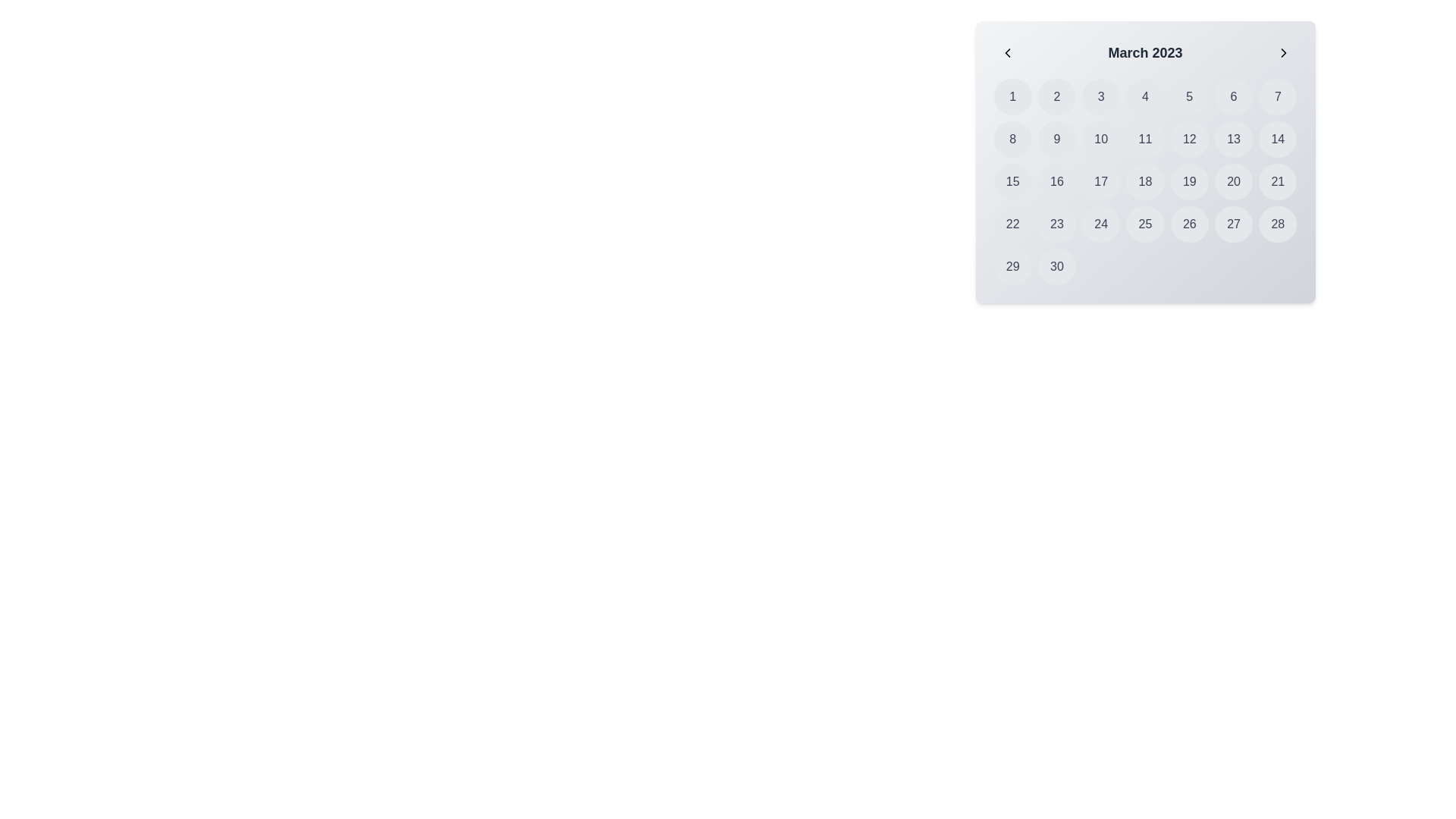  What do you see at coordinates (1234, 96) in the screenshot?
I see `the rounded button labeled '6' with a light gray background` at bounding box center [1234, 96].